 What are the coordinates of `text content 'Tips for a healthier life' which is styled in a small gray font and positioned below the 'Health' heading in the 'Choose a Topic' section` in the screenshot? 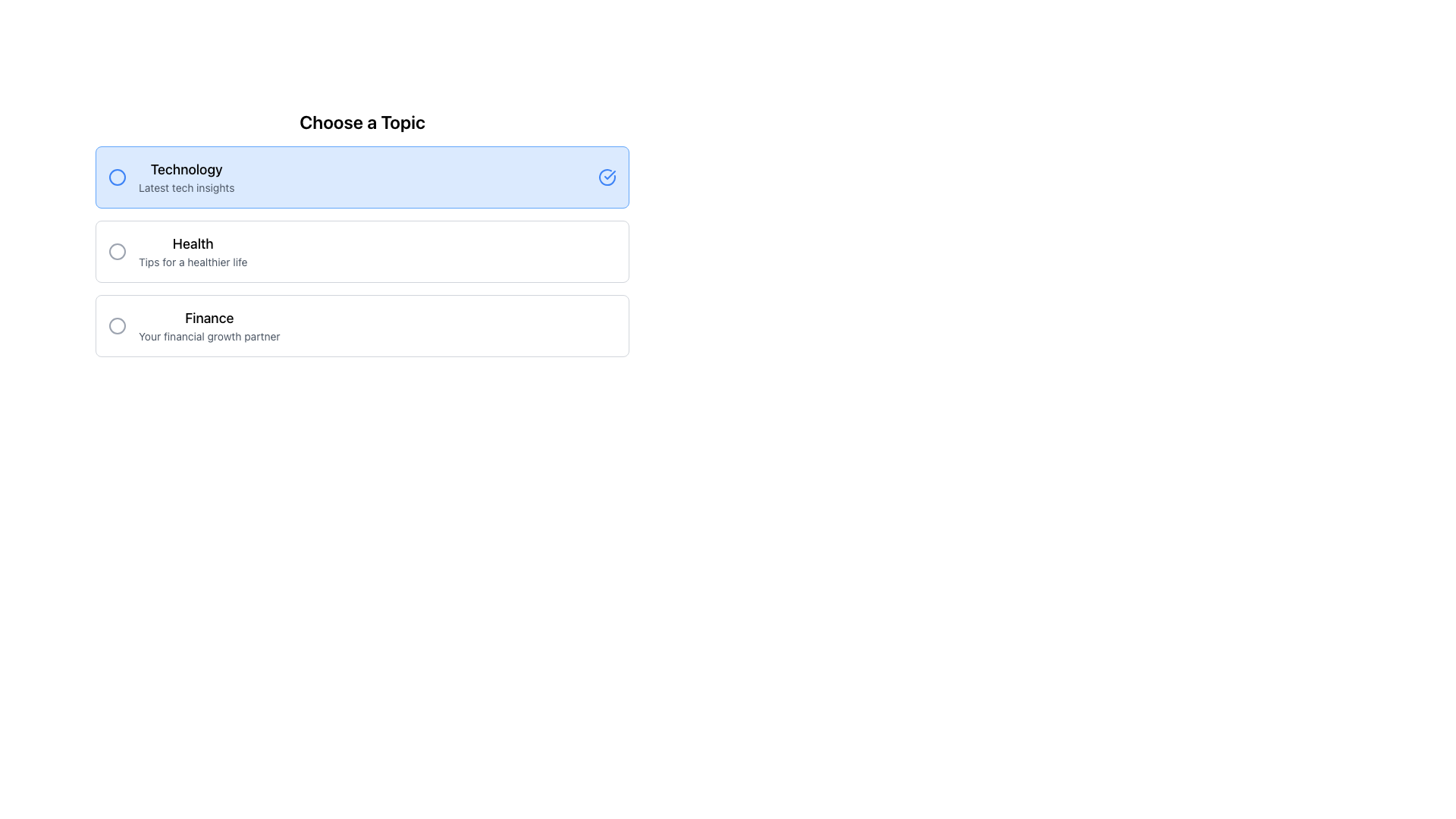 It's located at (192, 262).